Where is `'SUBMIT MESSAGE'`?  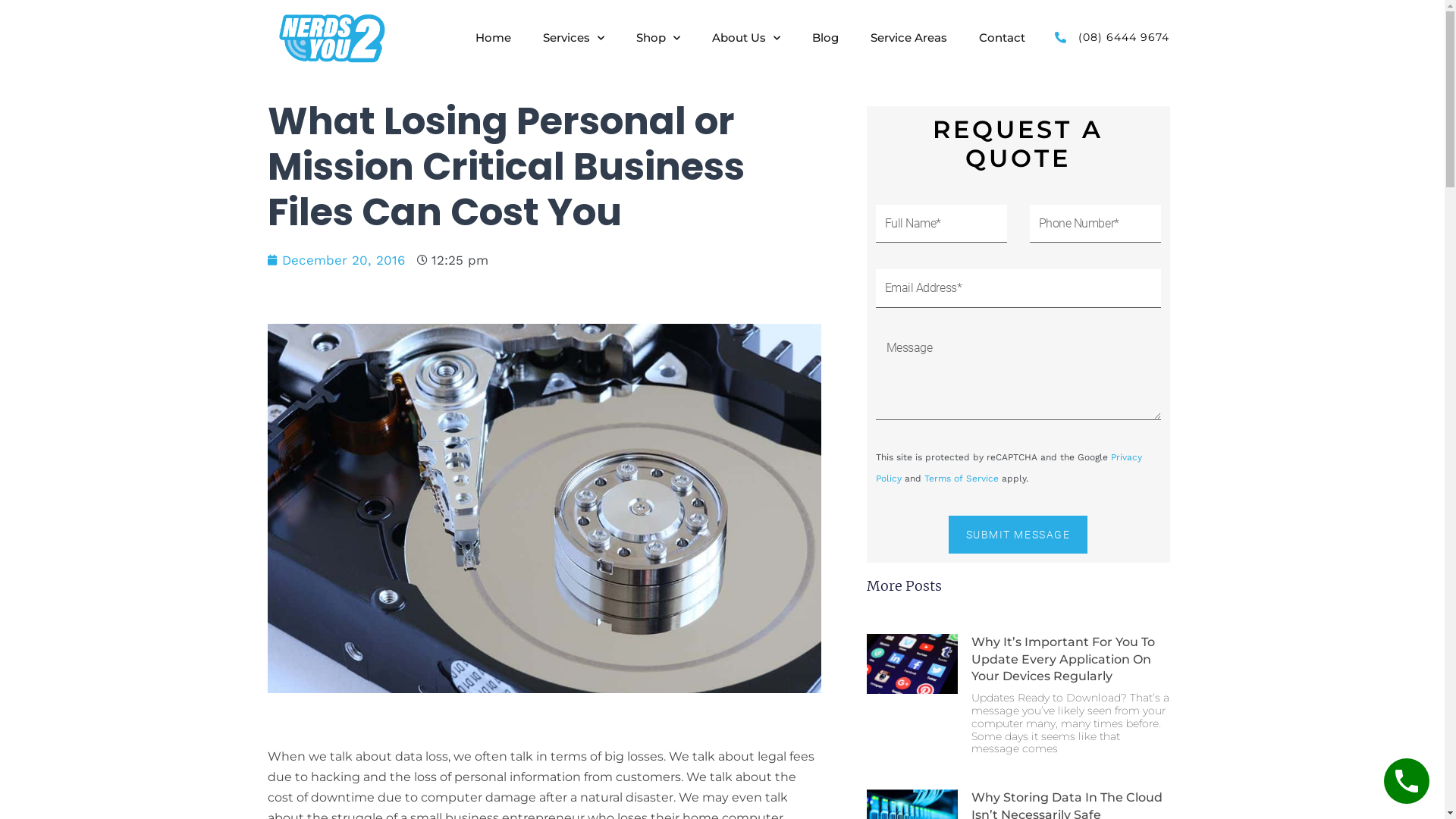 'SUBMIT MESSAGE' is located at coordinates (1018, 534).